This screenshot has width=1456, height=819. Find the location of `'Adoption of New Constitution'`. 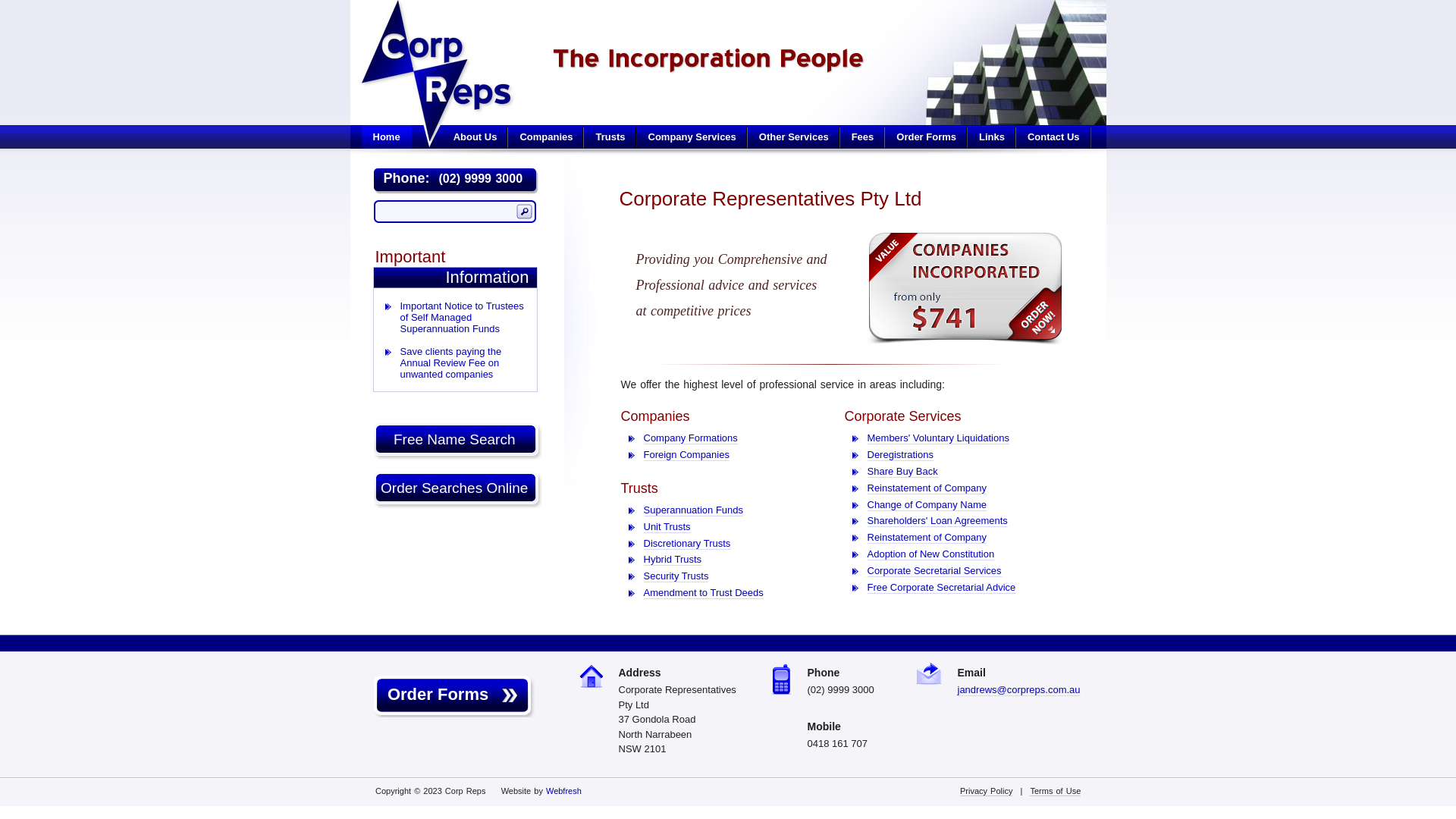

'Adoption of New Constitution' is located at coordinates (930, 554).